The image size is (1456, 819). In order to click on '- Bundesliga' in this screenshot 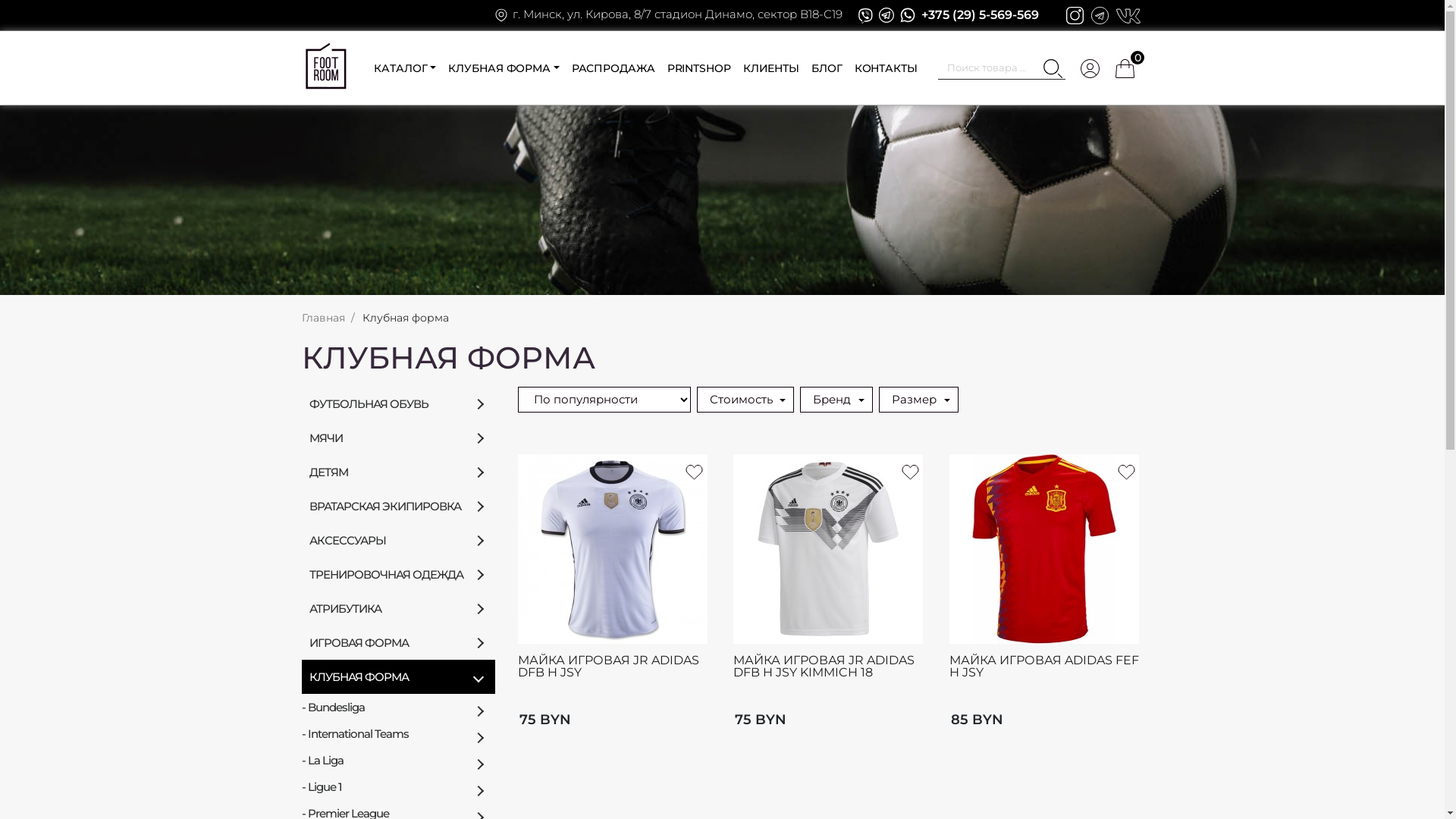, I will do `click(398, 707)`.